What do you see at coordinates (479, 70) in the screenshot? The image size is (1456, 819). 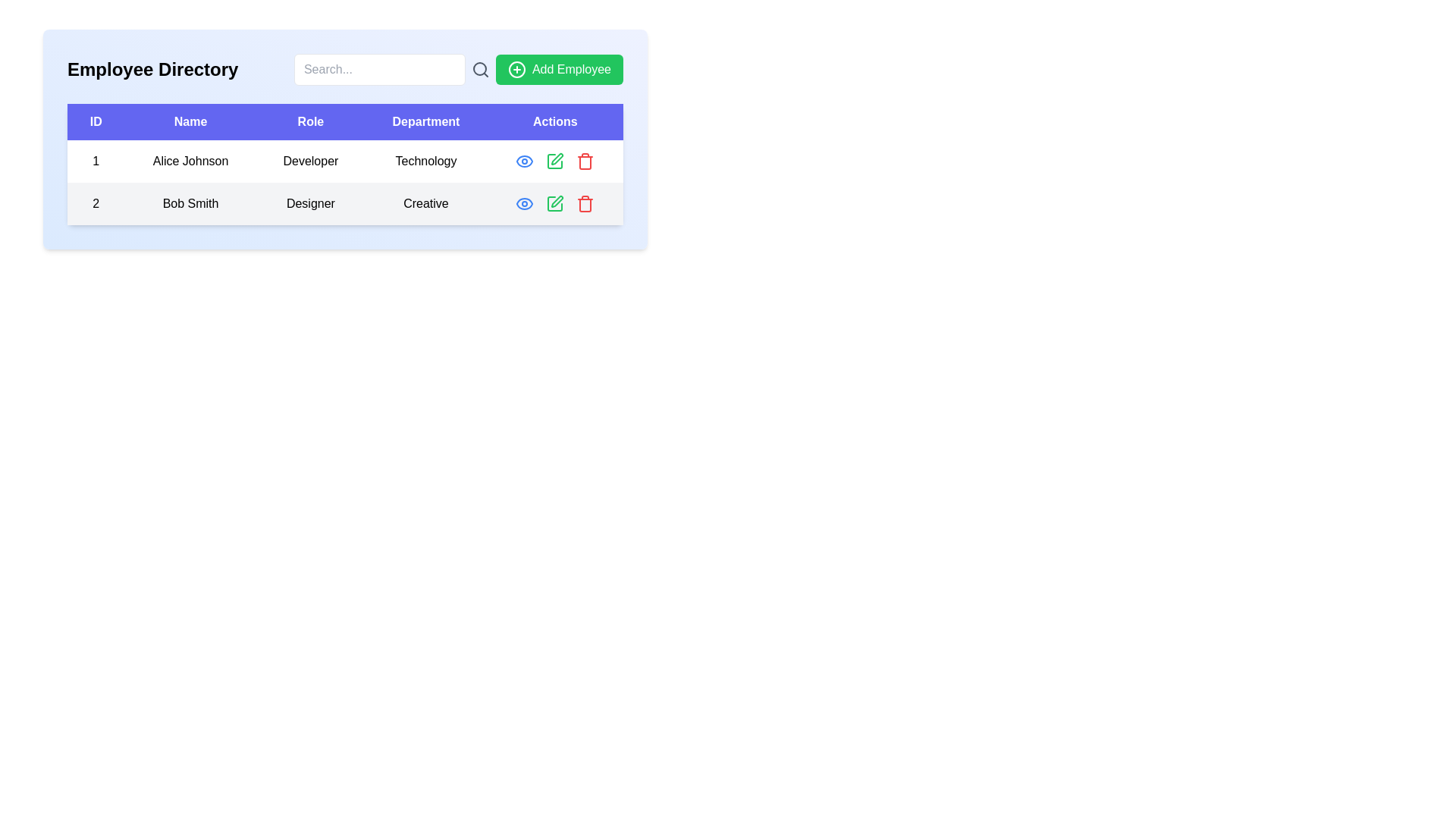 I see `the magnifying glass icon, which indicates a search function, to invoke a search` at bounding box center [479, 70].